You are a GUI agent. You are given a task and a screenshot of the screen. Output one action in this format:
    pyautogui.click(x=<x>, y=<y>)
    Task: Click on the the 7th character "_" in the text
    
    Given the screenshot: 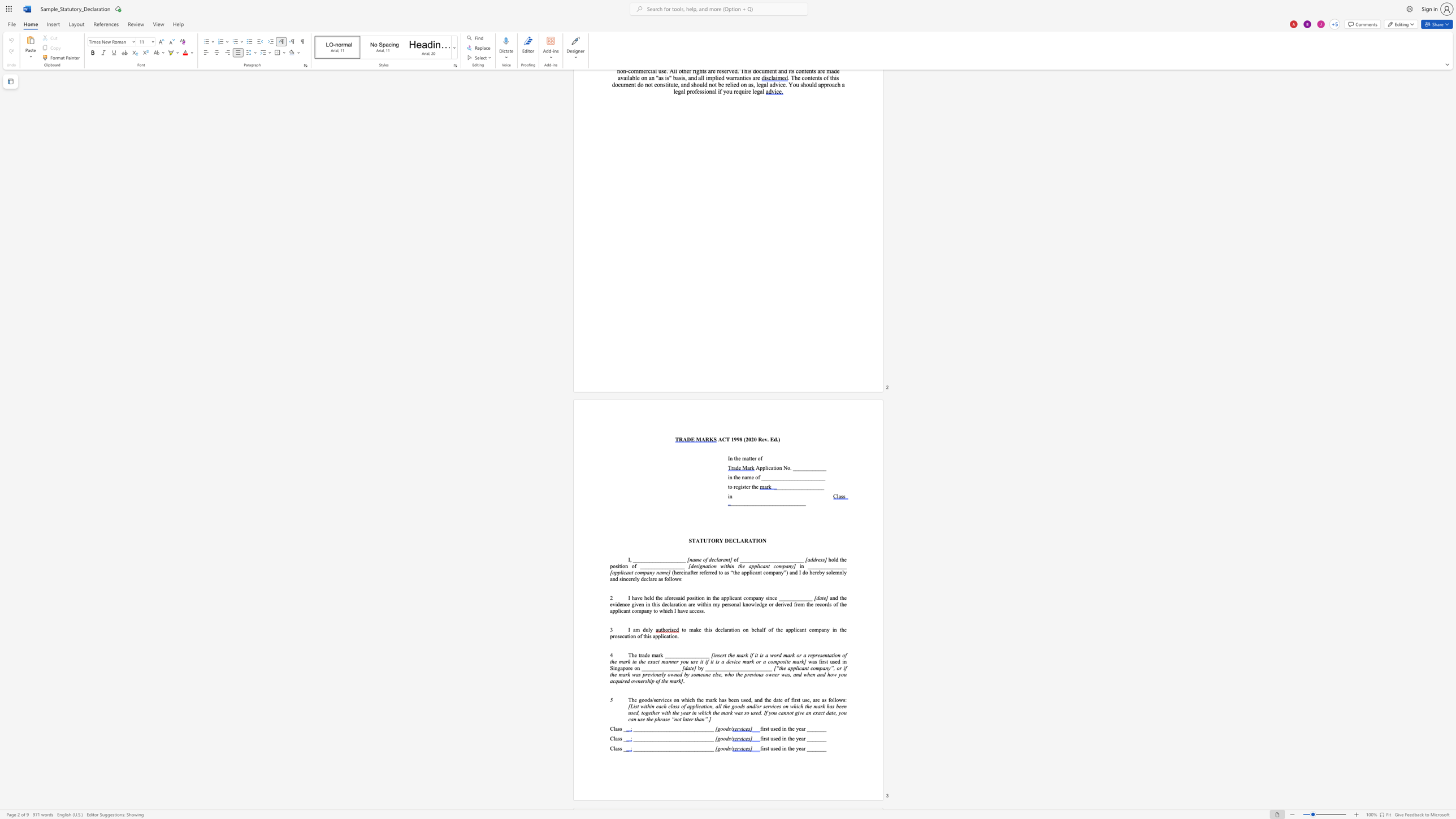 What is the action you would take?
    pyautogui.click(x=794, y=486)
    